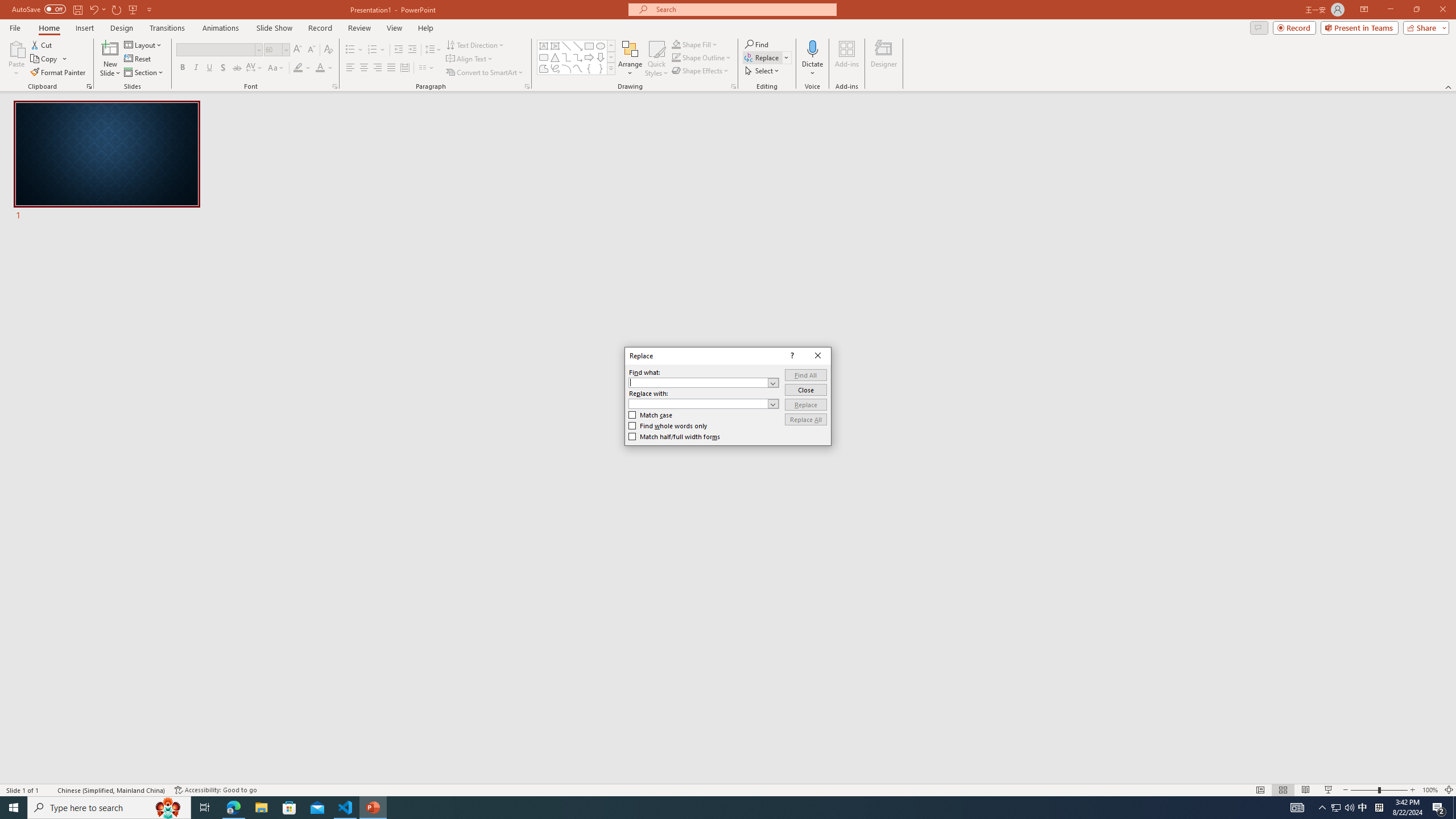 Image resolution: width=1456 pixels, height=819 pixels. What do you see at coordinates (577, 68) in the screenshot?
I see `'Curve'` at bounding box center [577, 68].